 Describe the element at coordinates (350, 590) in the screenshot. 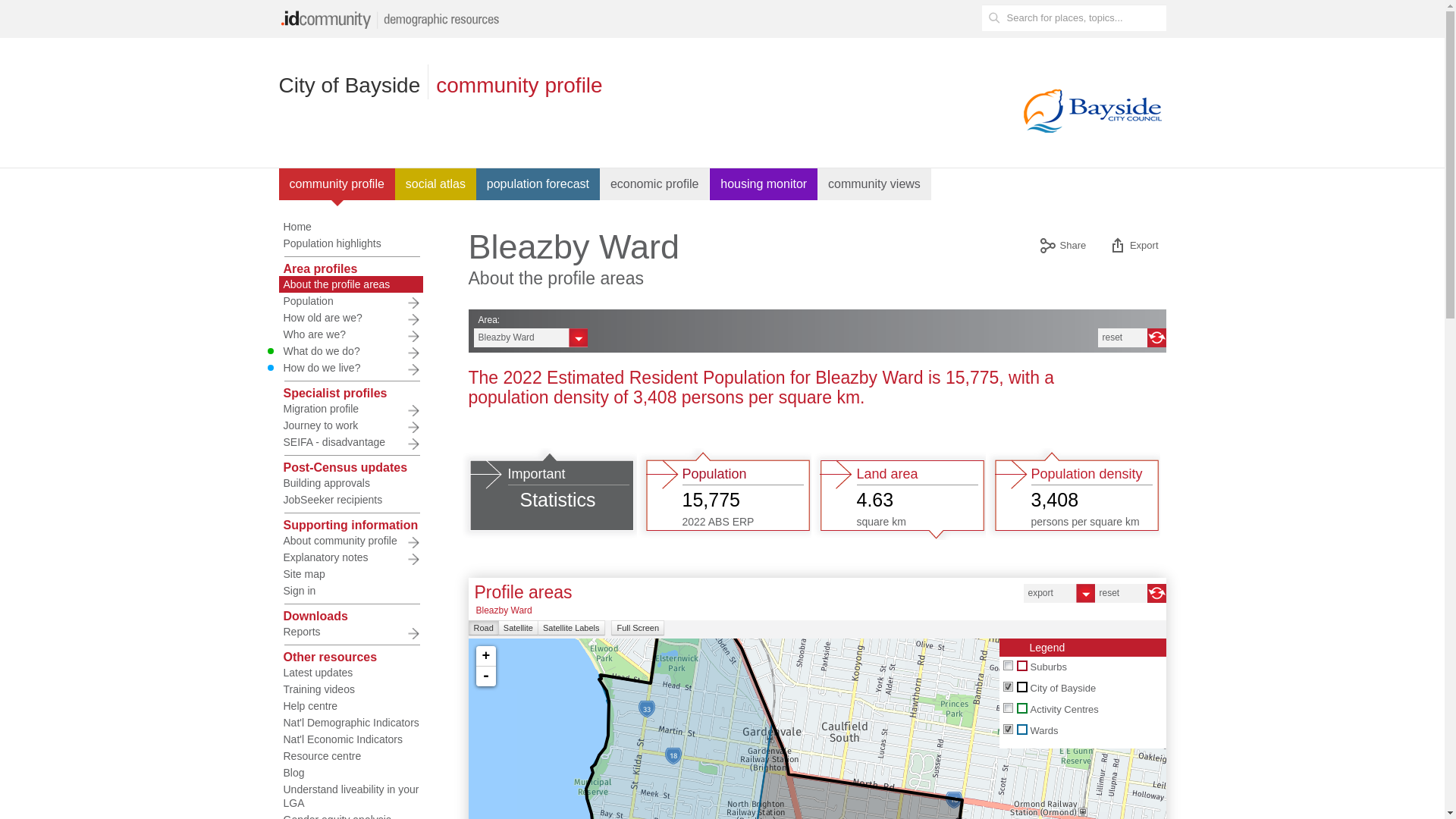

I see `'Sign in'` at that location.